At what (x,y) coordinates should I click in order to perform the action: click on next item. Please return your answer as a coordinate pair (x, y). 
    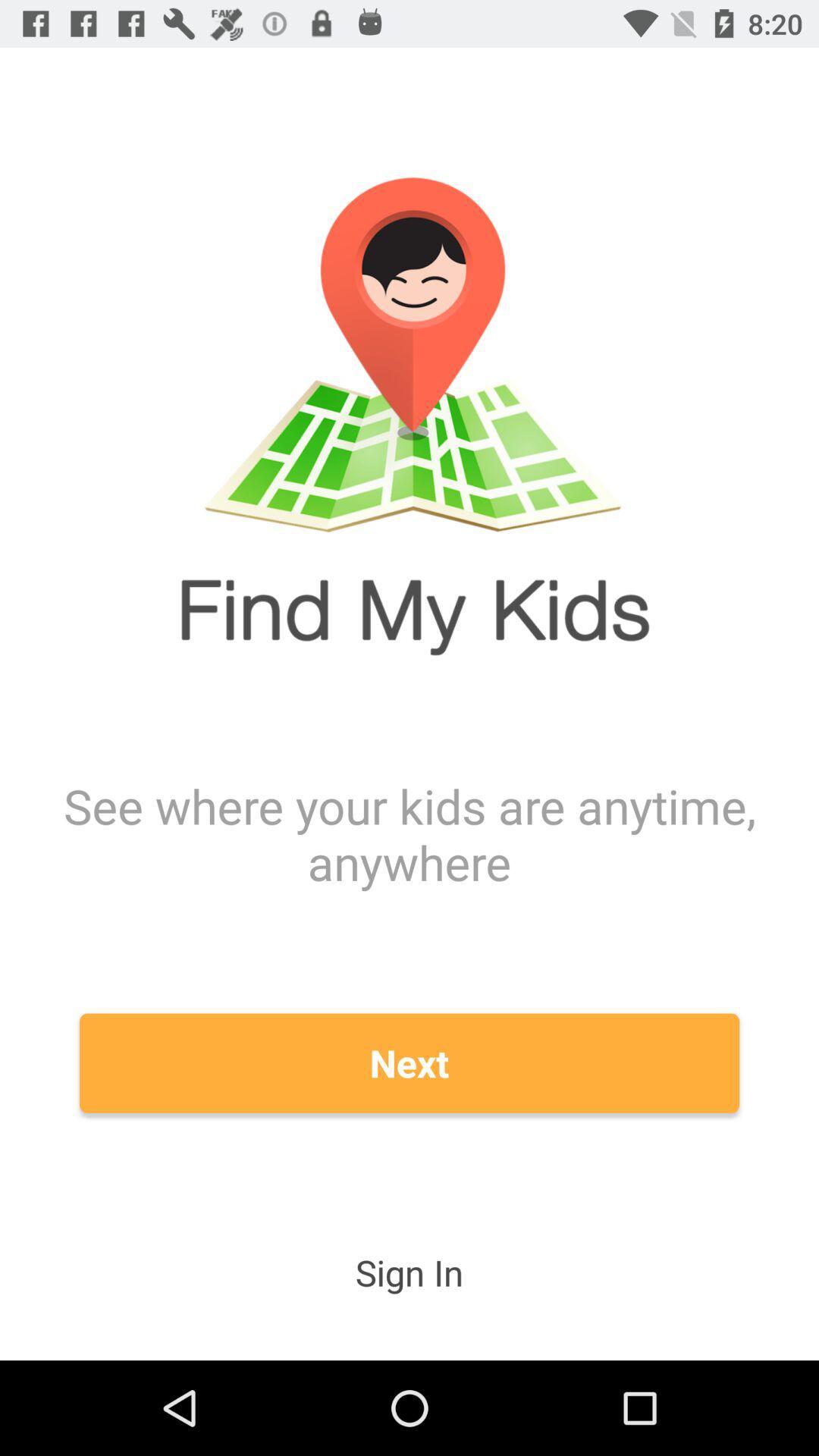
    Looking at the image, I should click on (409, 1062).